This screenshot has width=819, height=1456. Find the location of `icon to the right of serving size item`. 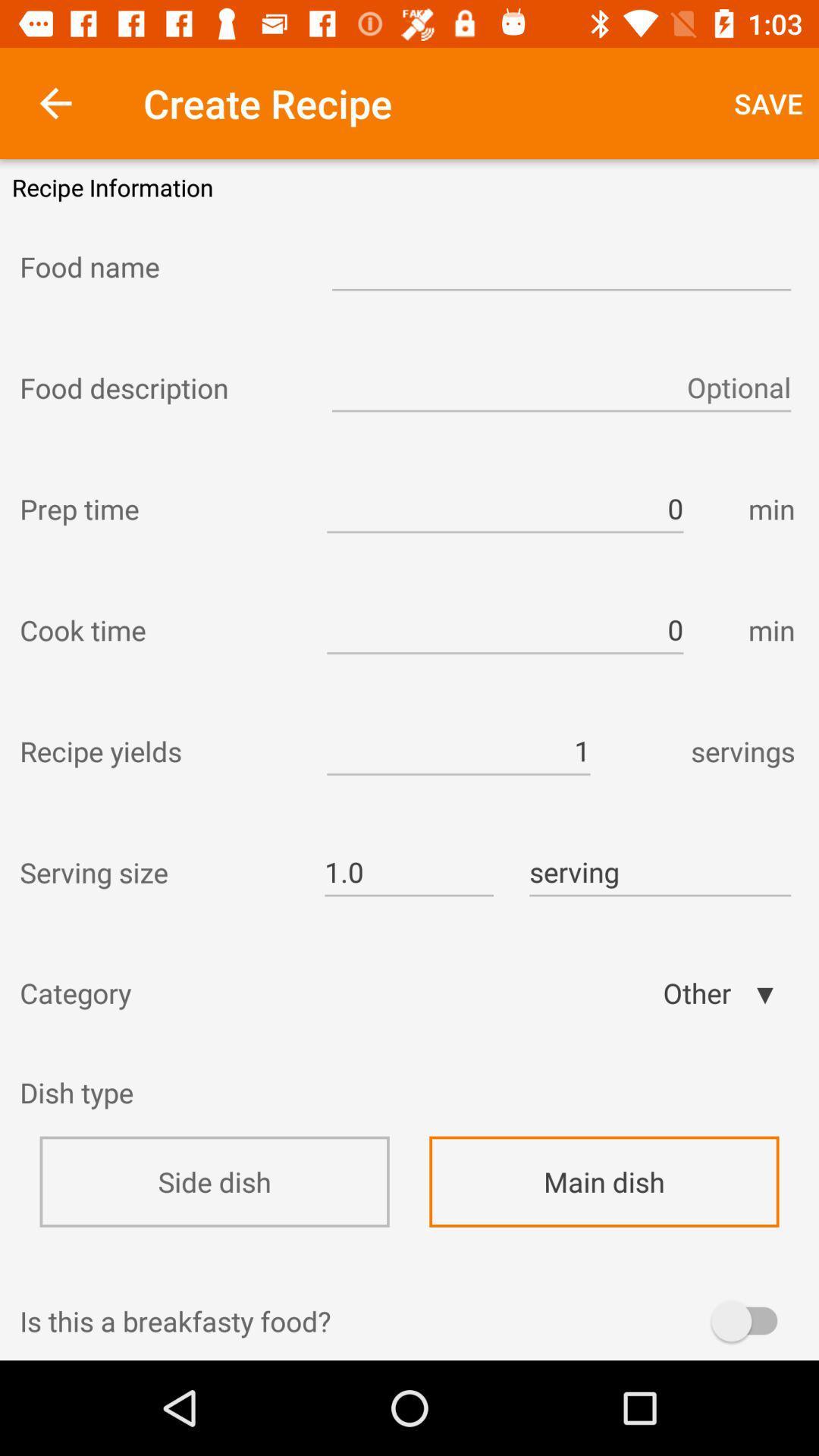

icon to the right of serving size item is located at coordinates (408, 872).